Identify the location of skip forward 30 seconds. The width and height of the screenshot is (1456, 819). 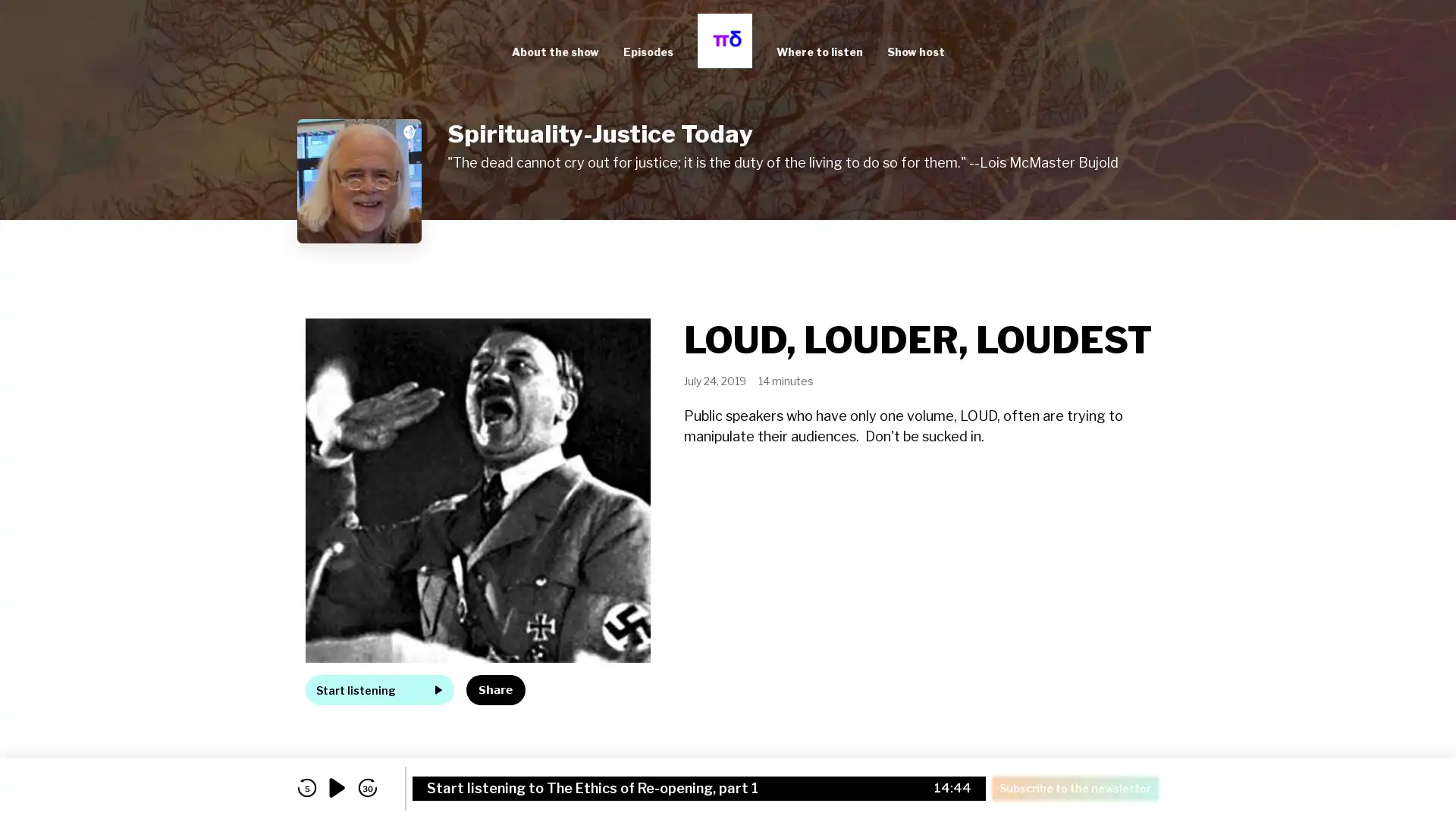
(367, 787).